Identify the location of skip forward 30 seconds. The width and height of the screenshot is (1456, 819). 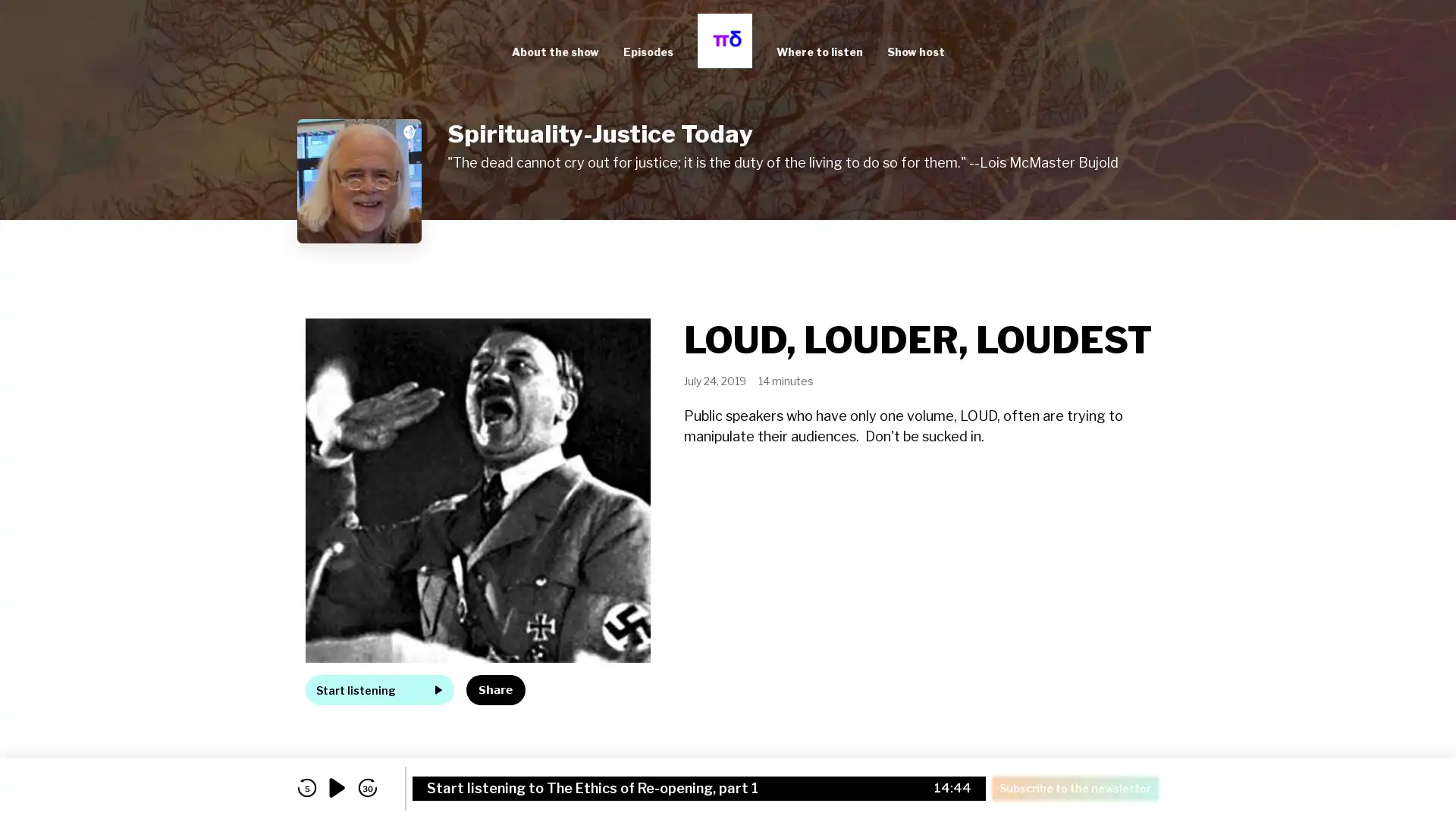
(367, 787).